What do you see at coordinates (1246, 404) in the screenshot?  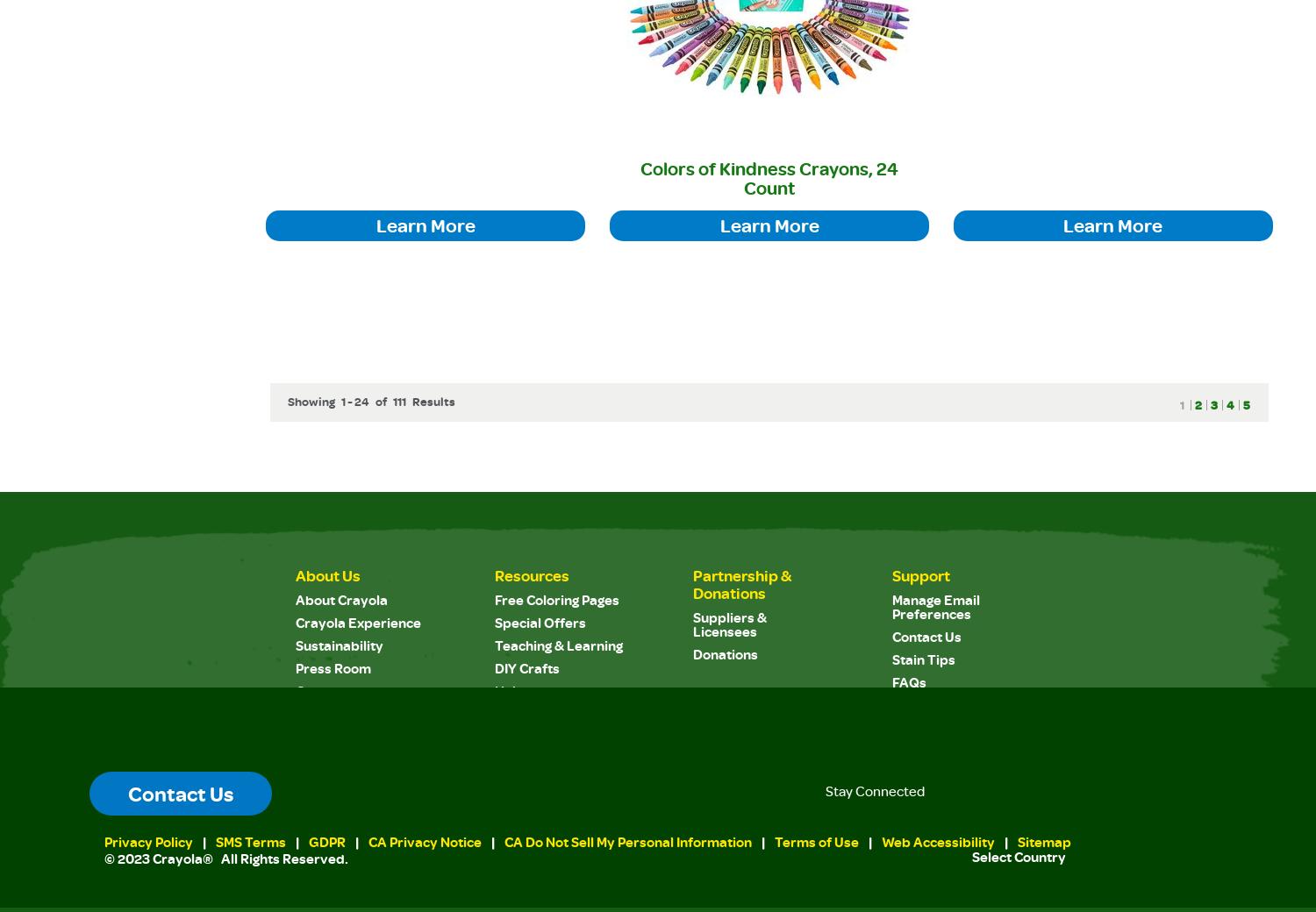 I see `'5'` at bounding box center [1246, 404].